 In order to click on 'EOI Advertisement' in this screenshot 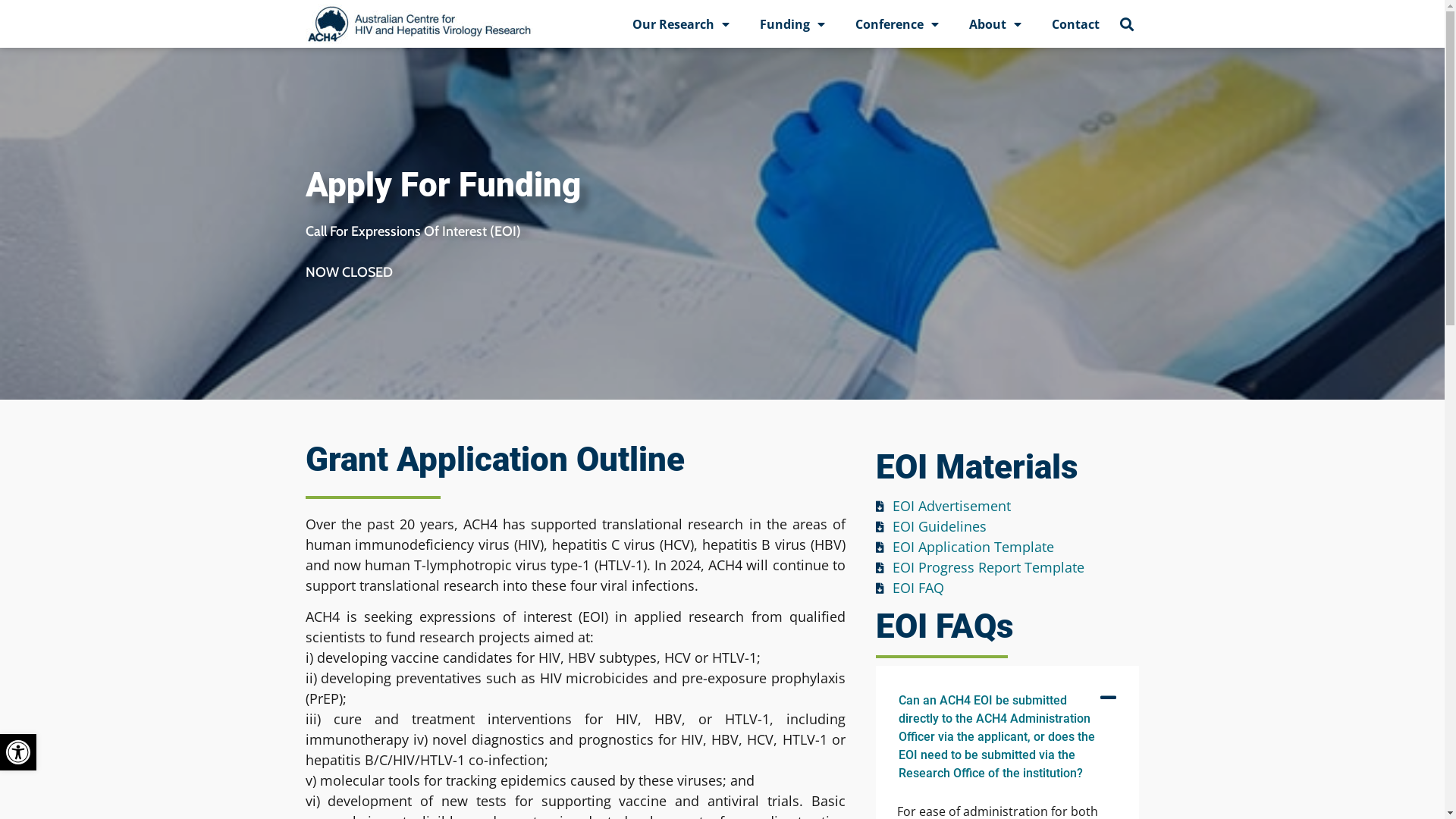, I will do `click(1008, 506)`.